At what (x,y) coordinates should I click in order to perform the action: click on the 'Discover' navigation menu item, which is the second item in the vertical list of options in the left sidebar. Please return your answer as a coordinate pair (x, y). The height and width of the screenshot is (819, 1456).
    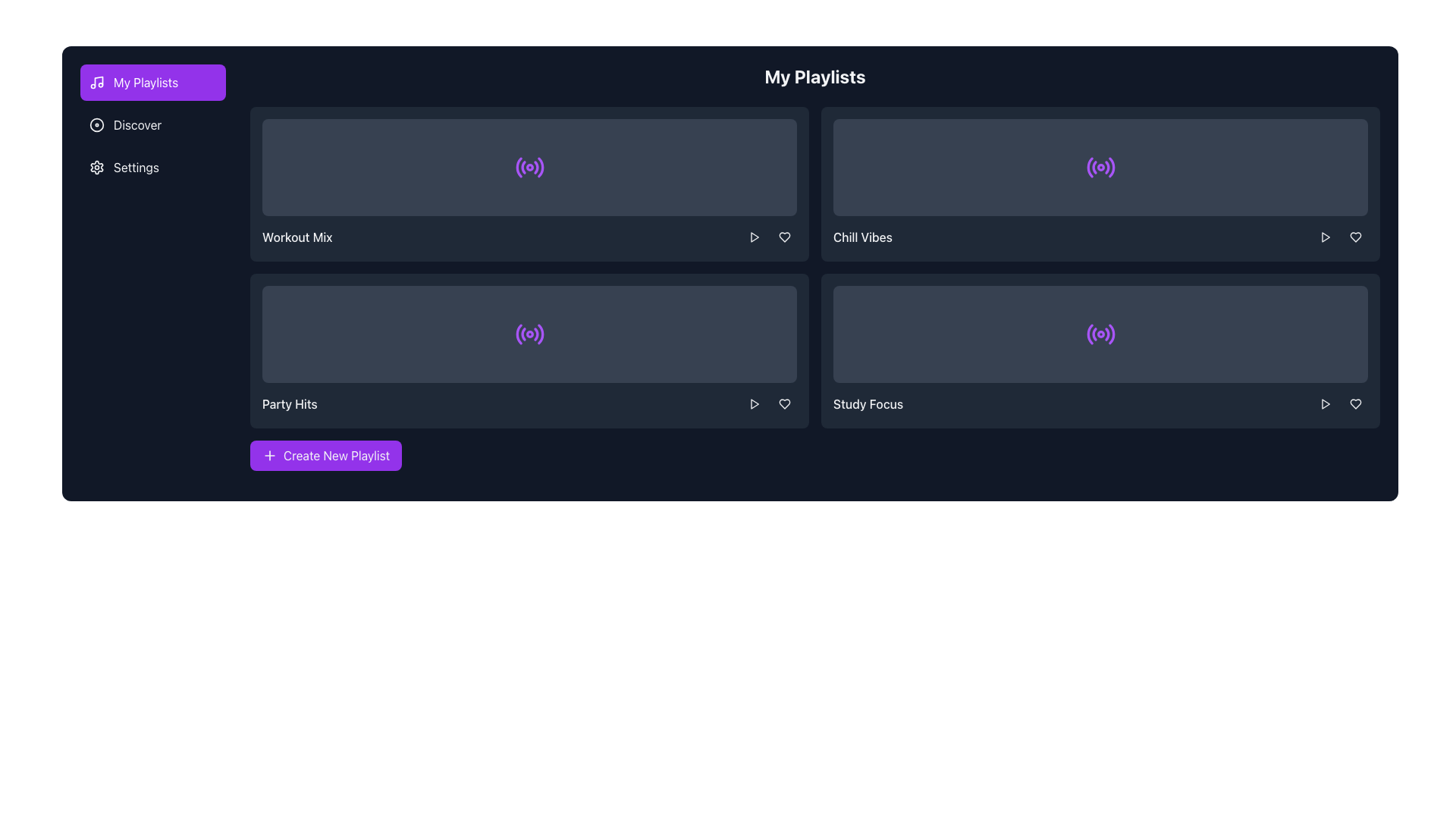
    Looking at the image, I should click on (152, 124).